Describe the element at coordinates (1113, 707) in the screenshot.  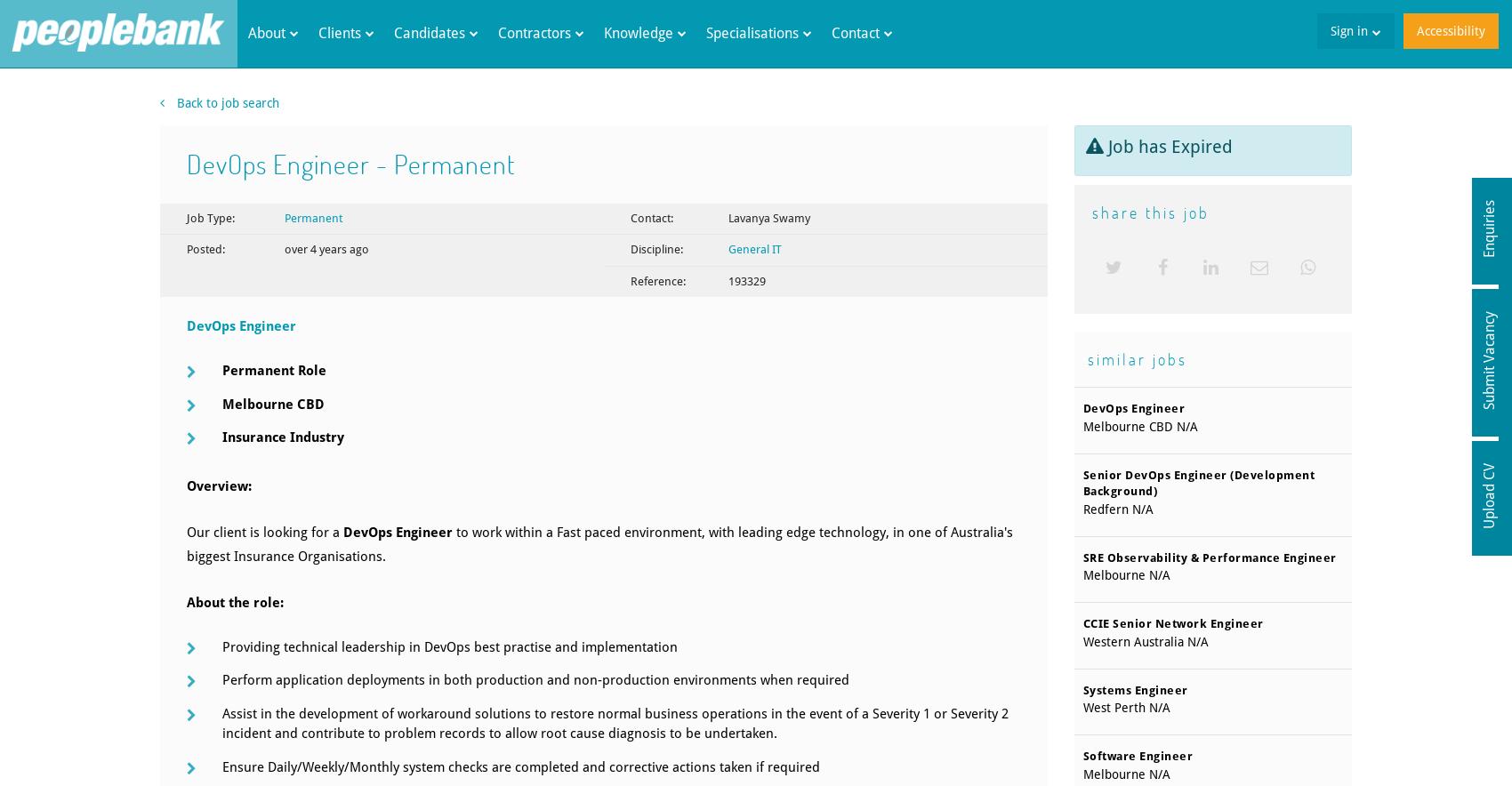
I see `'West Perth'` at that location.